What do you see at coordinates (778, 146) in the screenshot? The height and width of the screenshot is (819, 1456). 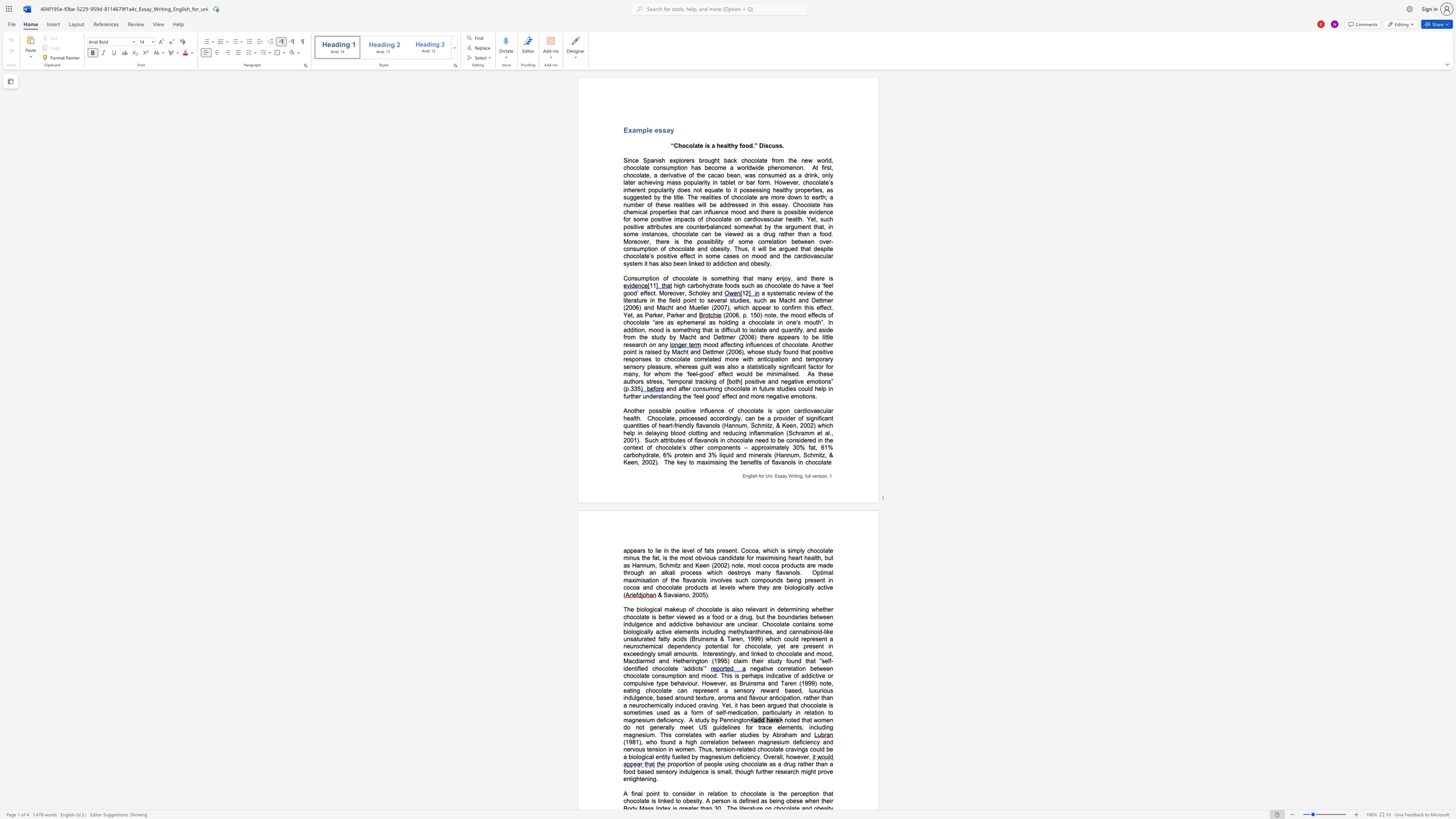 I see `the subset text "s." within the text "“Chocolate is a healthy food.” Discuss."` at bounding box center [778, 146].